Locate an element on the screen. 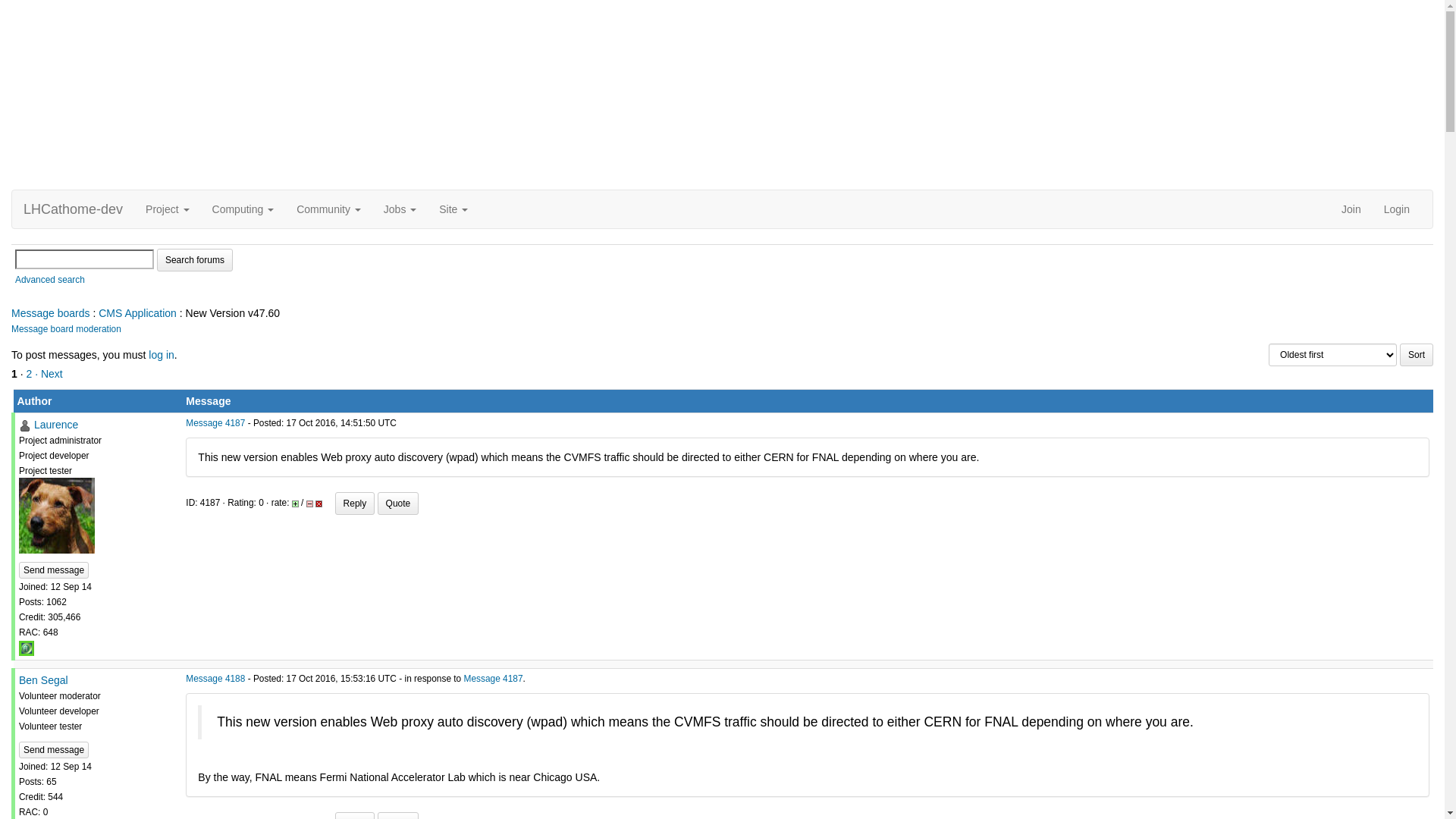 The height and width of the screenshot is (819, 1456). 'Community' is located at coordinates (328, 209).